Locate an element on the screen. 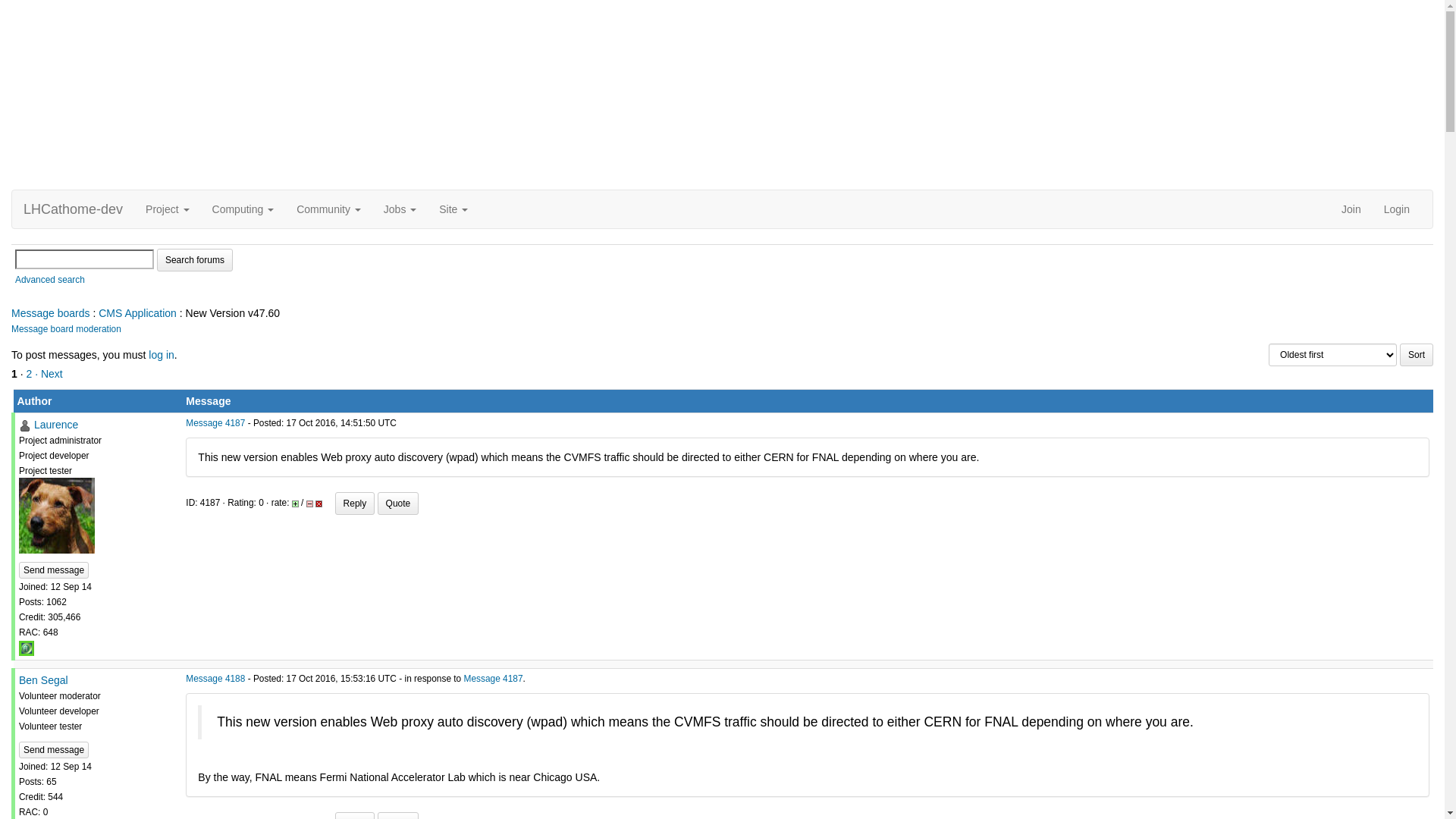 The height and width of the screenshot is (819, 1456). 'Community' is located at coordinates (328, 209).